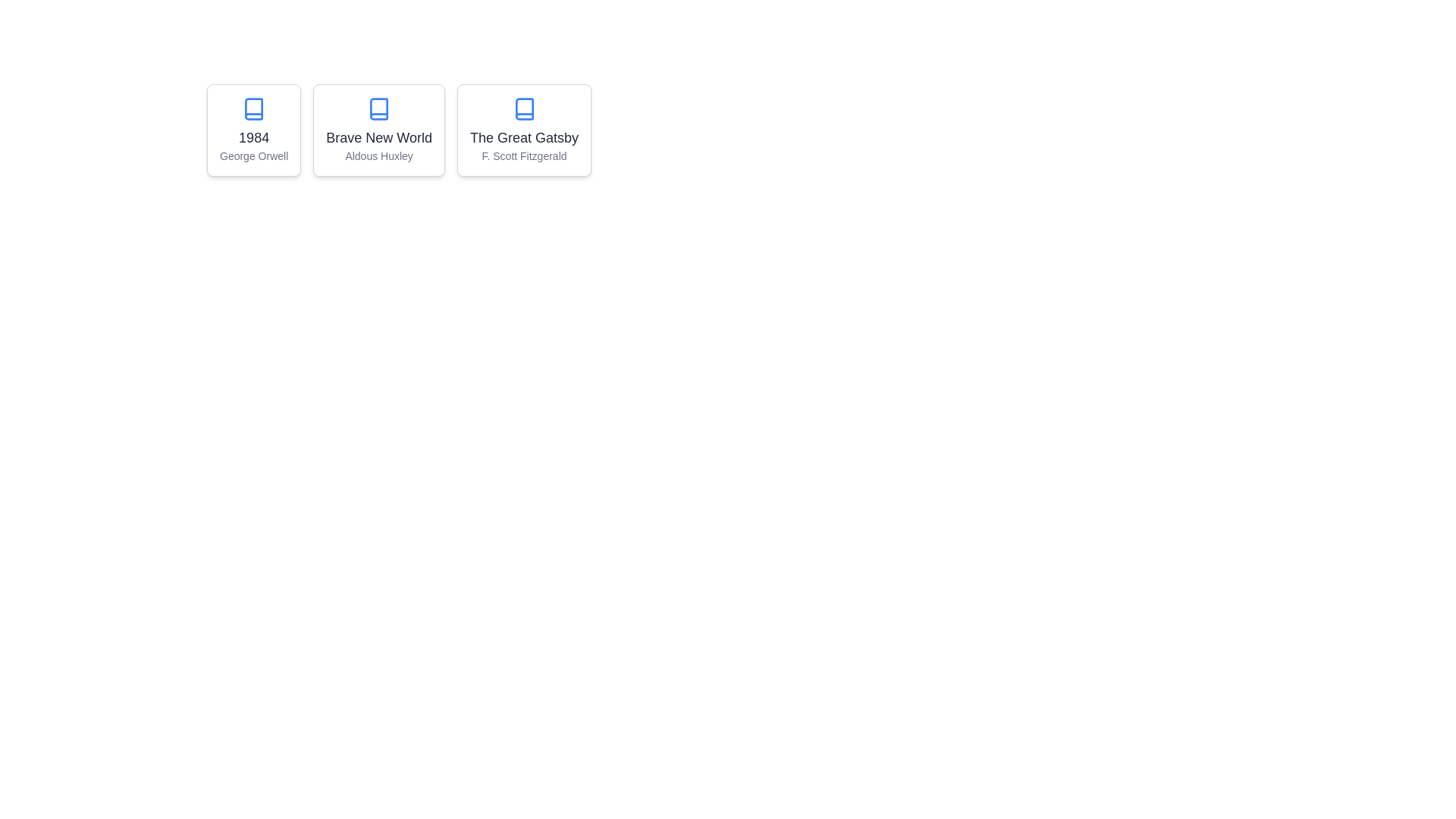 This screenshot has height=819, width=1456. What do you see at coordinates (379, 155) in the screenshot?
I see `the text label indicating the author of the book 'Brave New World', which is located below the title within the second card of a three-card layout` at bounding box center [379, 155].